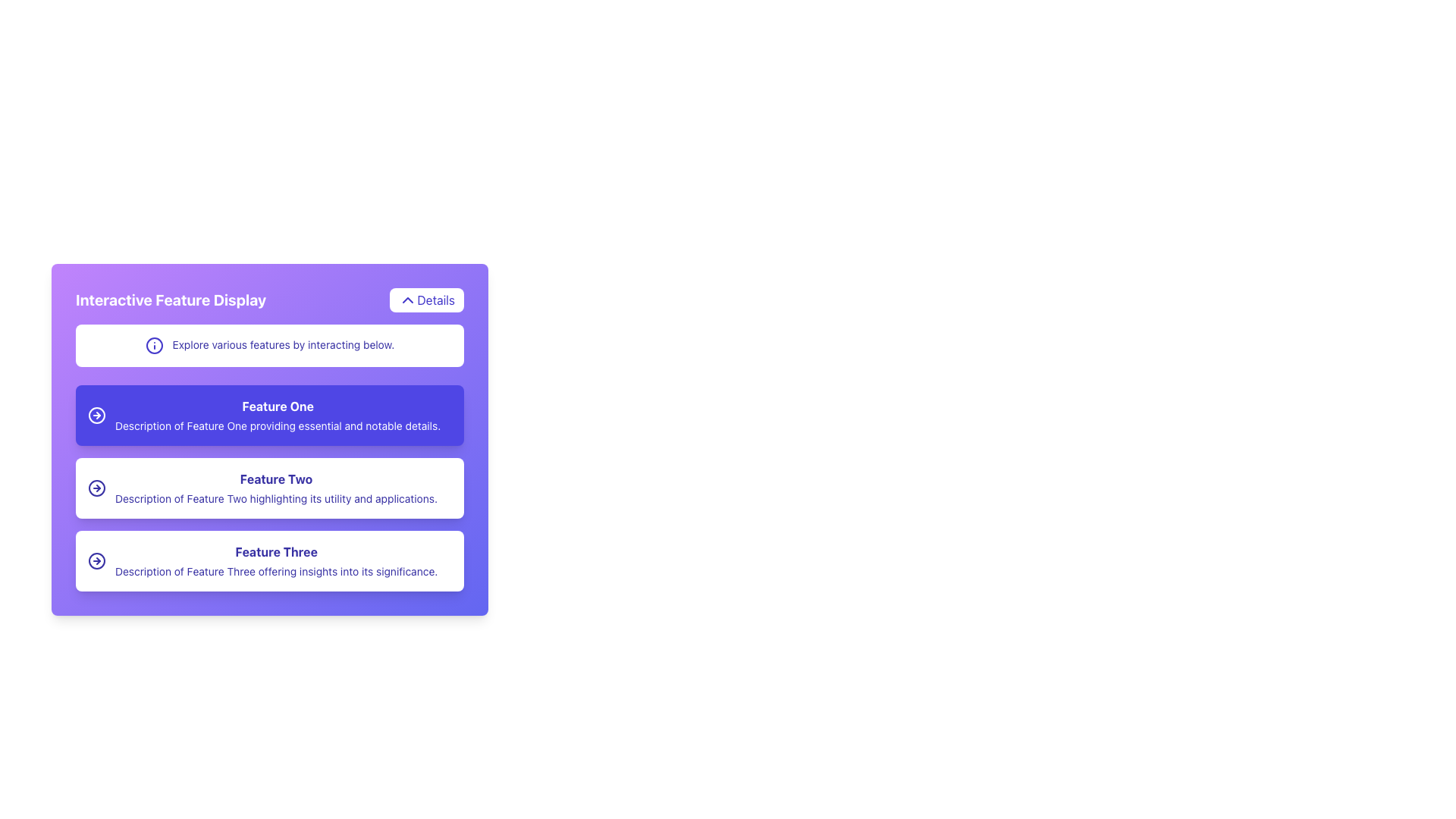 The height and width of the screenshot is (819, 1456). What do you see at coordinates (96, 488) in the screenshot?
I see `the navigation icon located to the left of the text 'Feature Two' in the interface, which signifies progression or selection` at bounding box center [96, 488].